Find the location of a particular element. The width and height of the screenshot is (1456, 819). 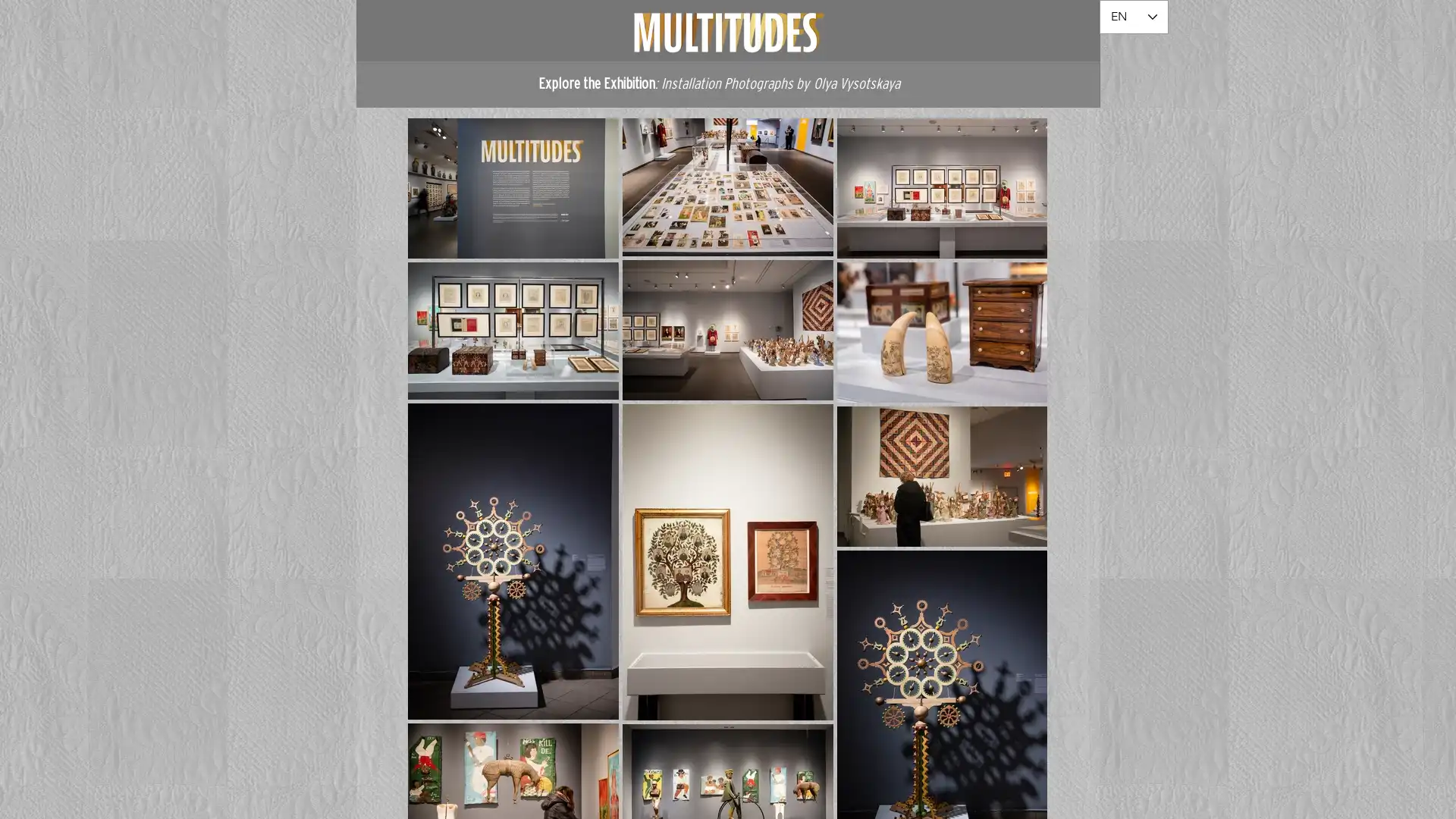

EX - 2022 - Multitudes - AFAM - 130.jpg is located at coordinates (728, 562).